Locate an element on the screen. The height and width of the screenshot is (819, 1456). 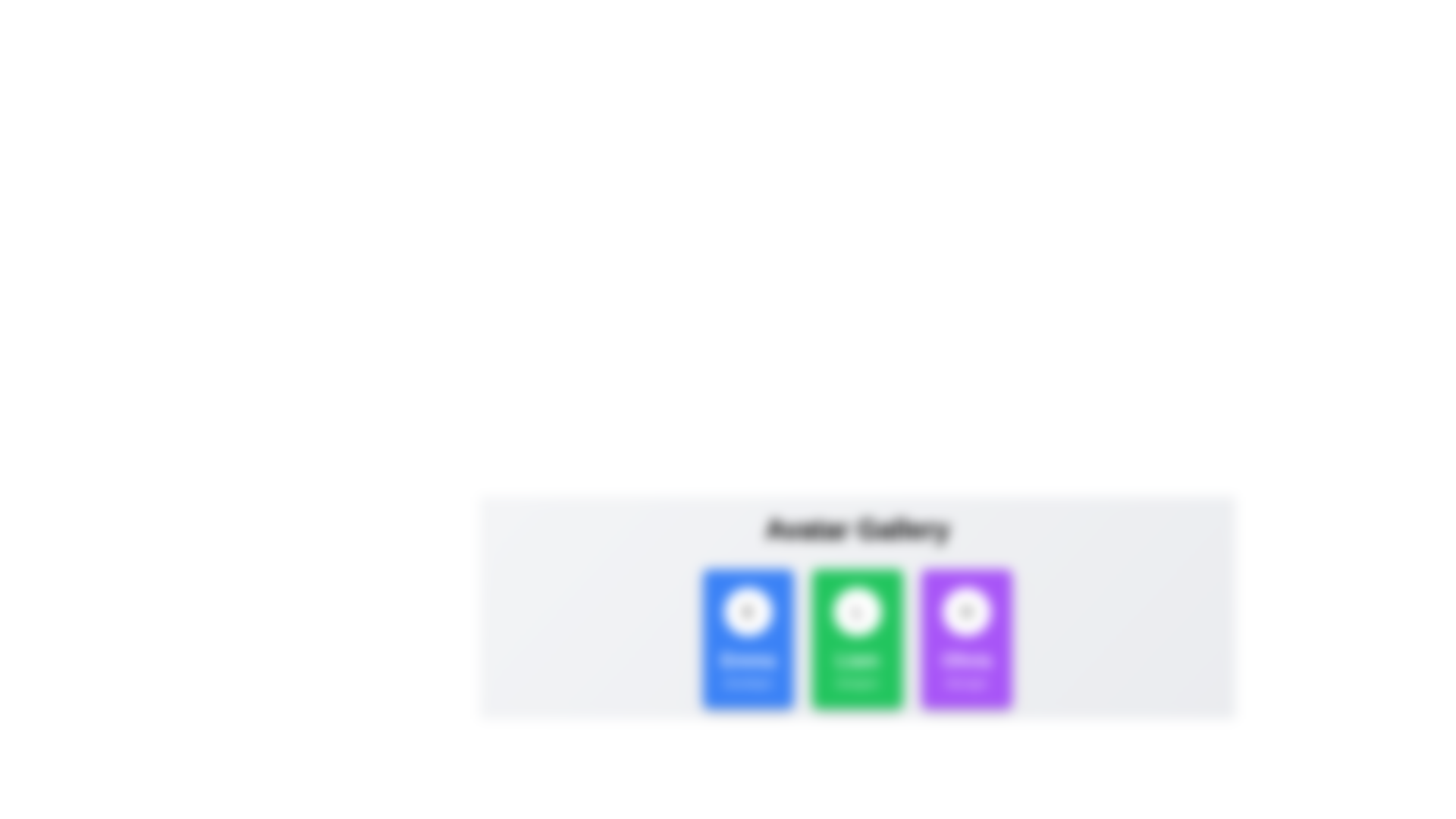
the Profile card displaying 'Emma' with a blue background and a black letter 'E' at the top is located at coordinates (748, 639).